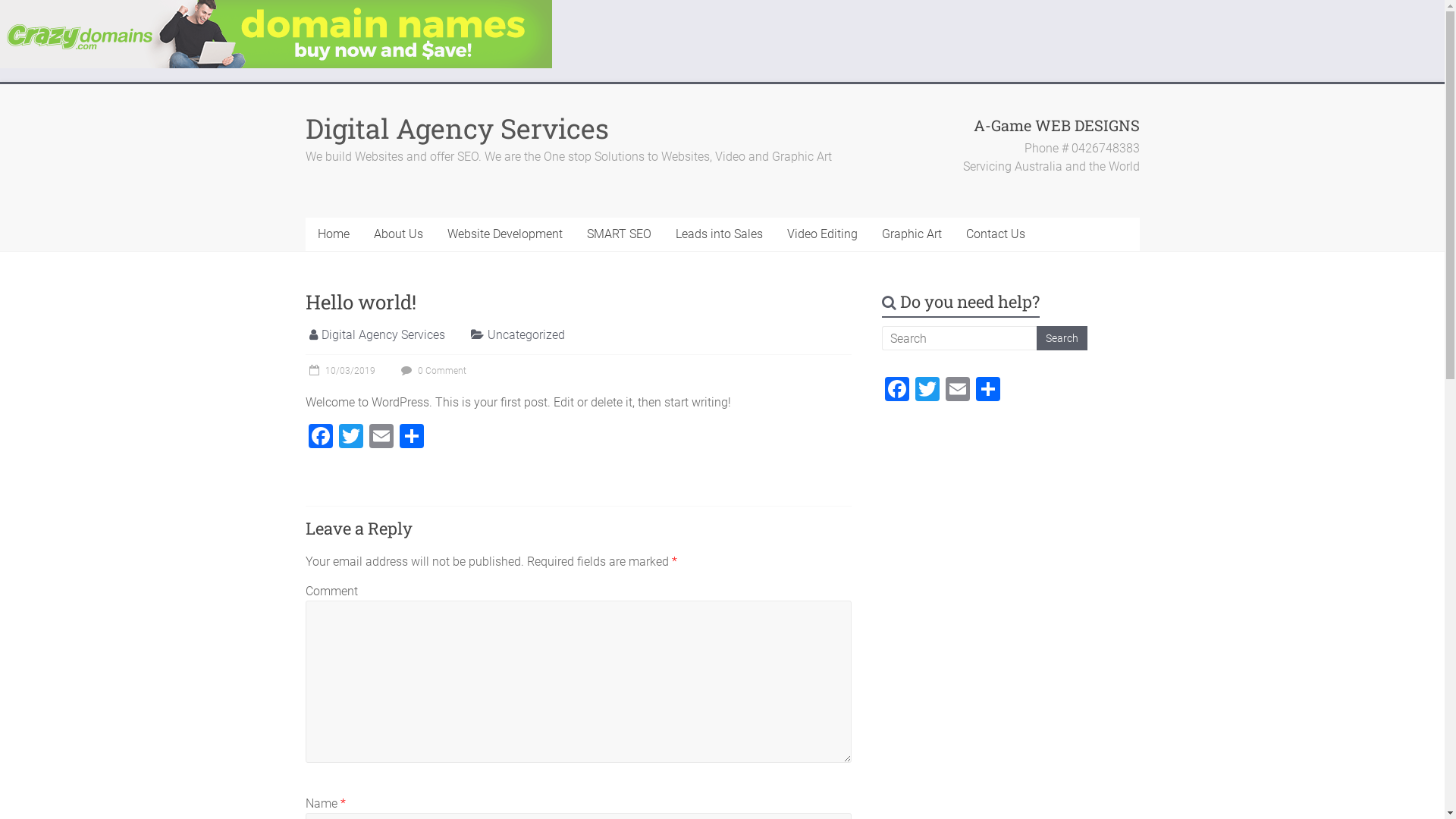 The height and width of the screenshot is (819, 1456). What do you see at coordinates (455, 127) in the screenshot?
I see `'Digital Agency Services'` at bounding box center [455, 127].